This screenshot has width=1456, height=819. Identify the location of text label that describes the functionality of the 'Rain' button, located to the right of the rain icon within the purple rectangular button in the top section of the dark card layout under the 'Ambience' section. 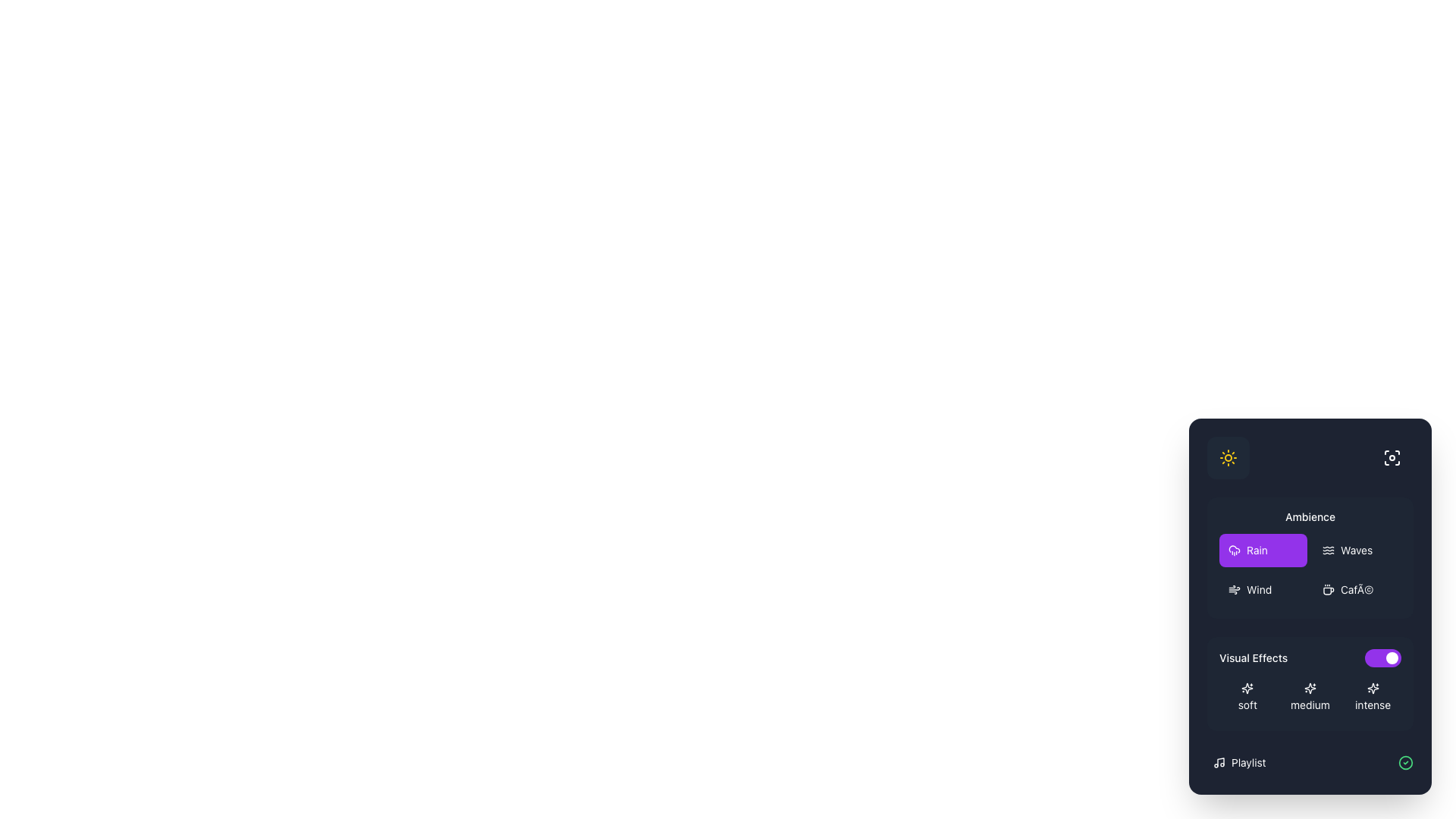
(1257, 550).